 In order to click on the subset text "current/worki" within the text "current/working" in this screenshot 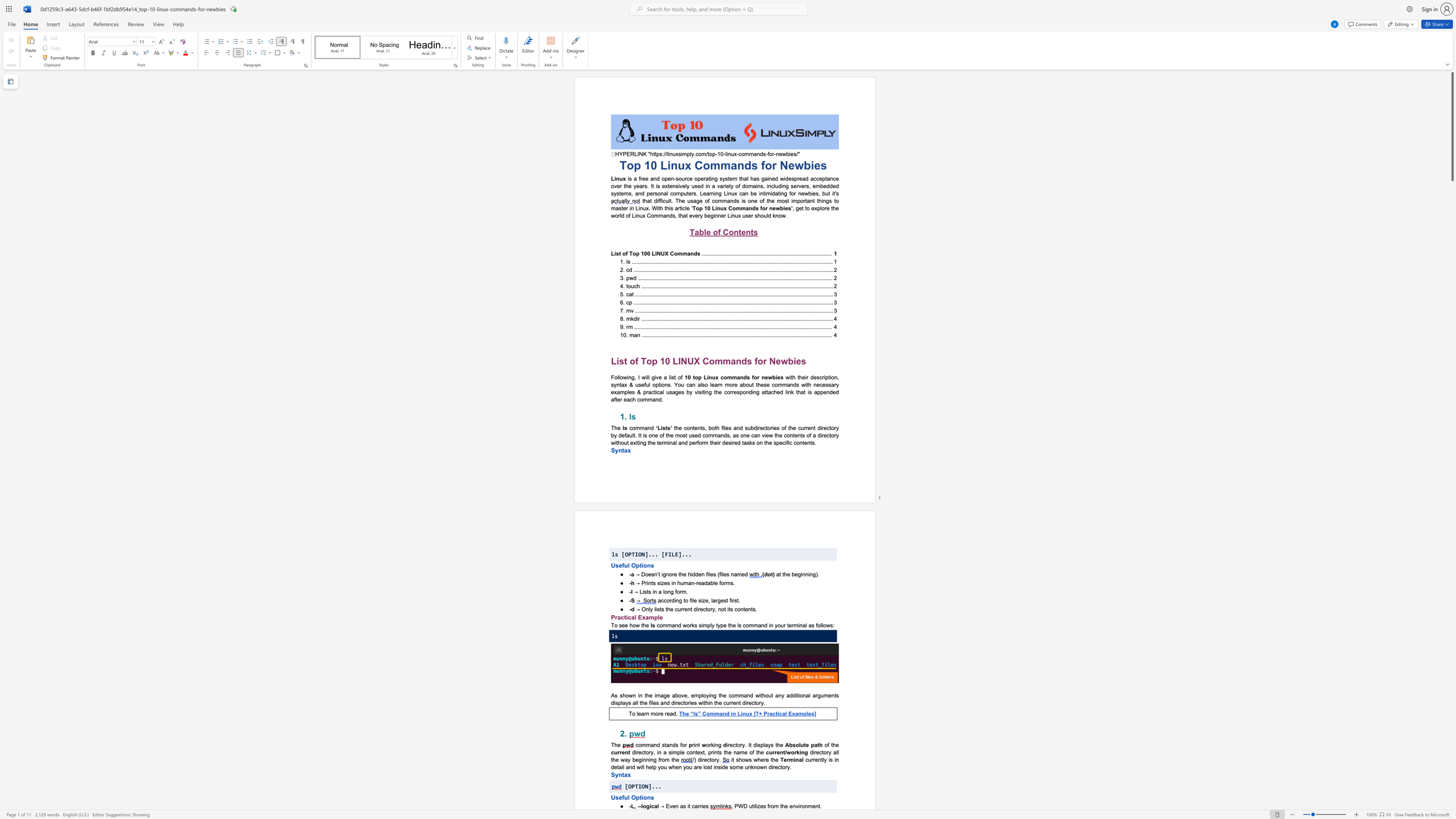, I will do `click(765, 752)`.